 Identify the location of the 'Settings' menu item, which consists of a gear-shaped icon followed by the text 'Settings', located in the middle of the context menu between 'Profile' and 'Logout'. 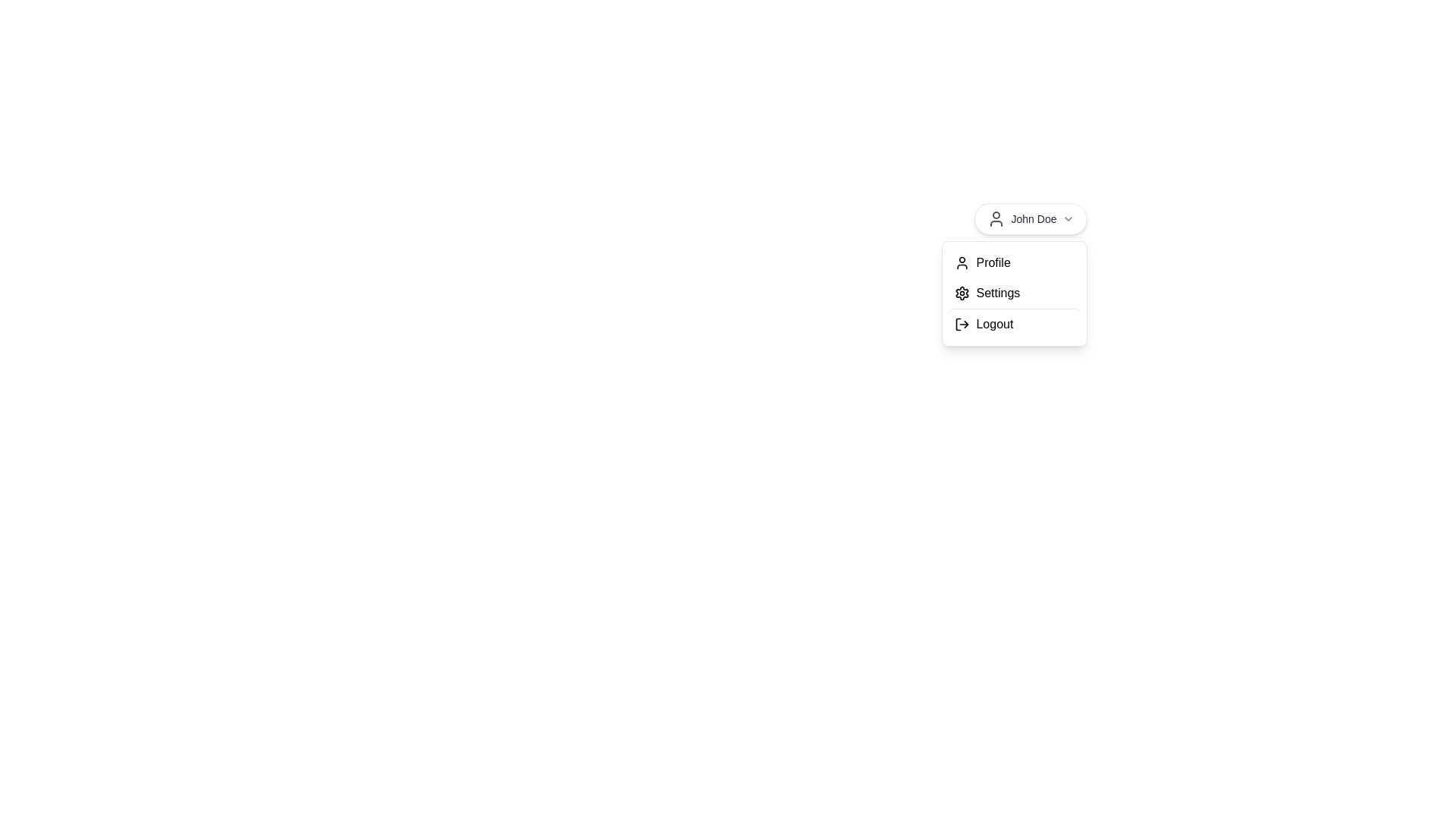
(1015, 293).